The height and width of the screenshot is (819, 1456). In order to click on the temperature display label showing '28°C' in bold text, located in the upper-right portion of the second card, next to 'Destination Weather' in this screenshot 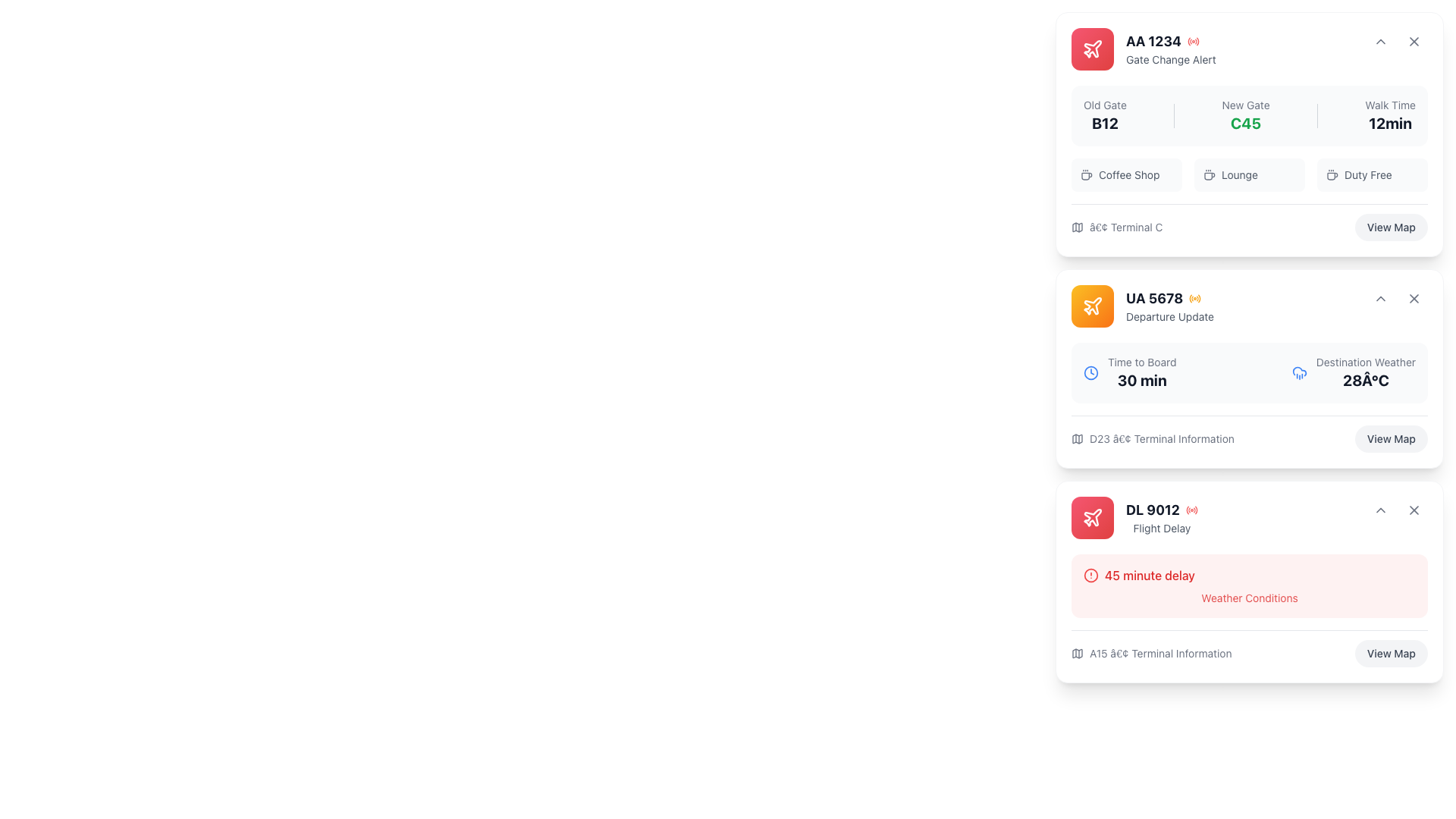, I will do `click(1366, 379)`.